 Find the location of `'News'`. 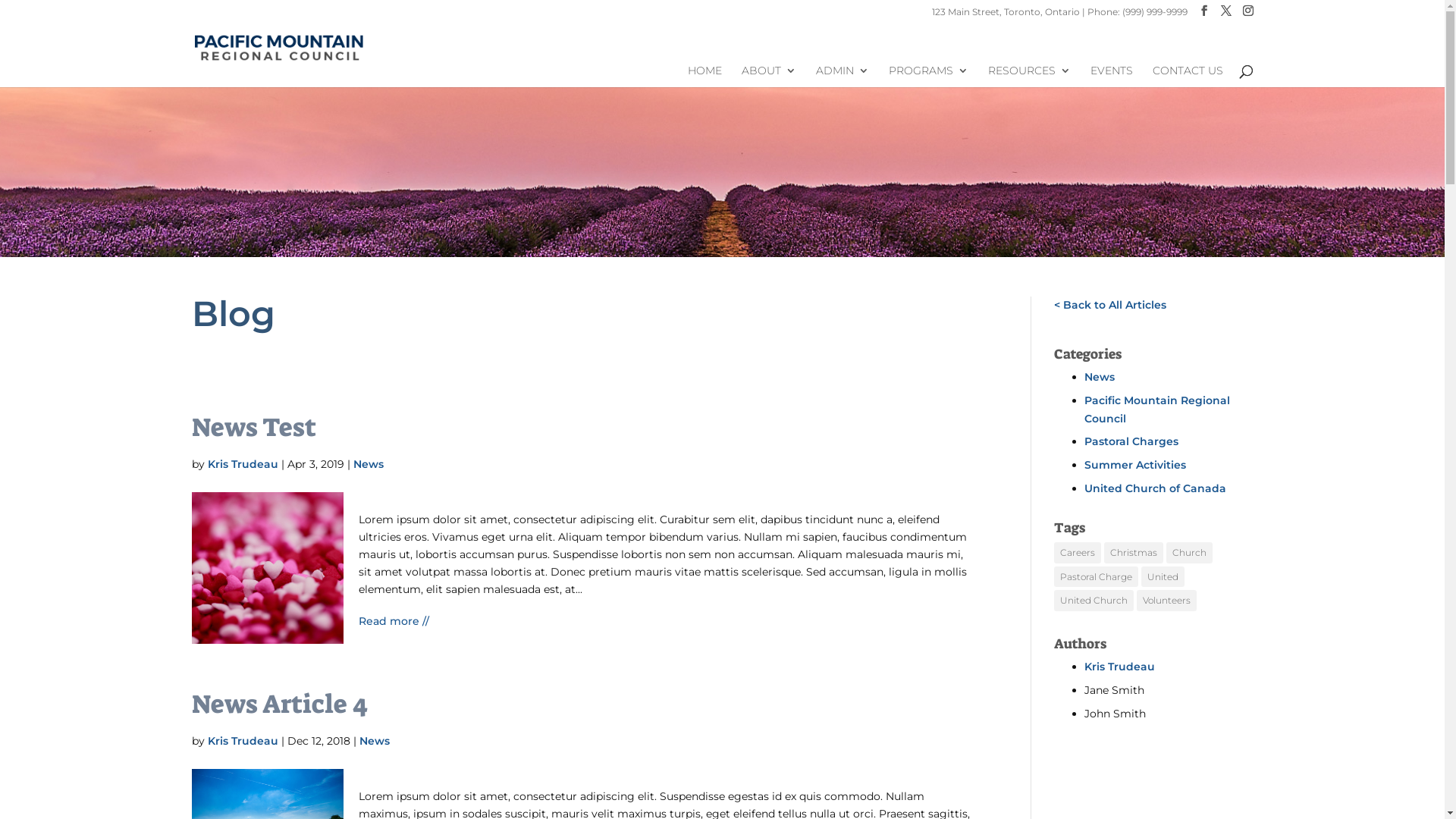

'News' is located at coordinates (352, 463).